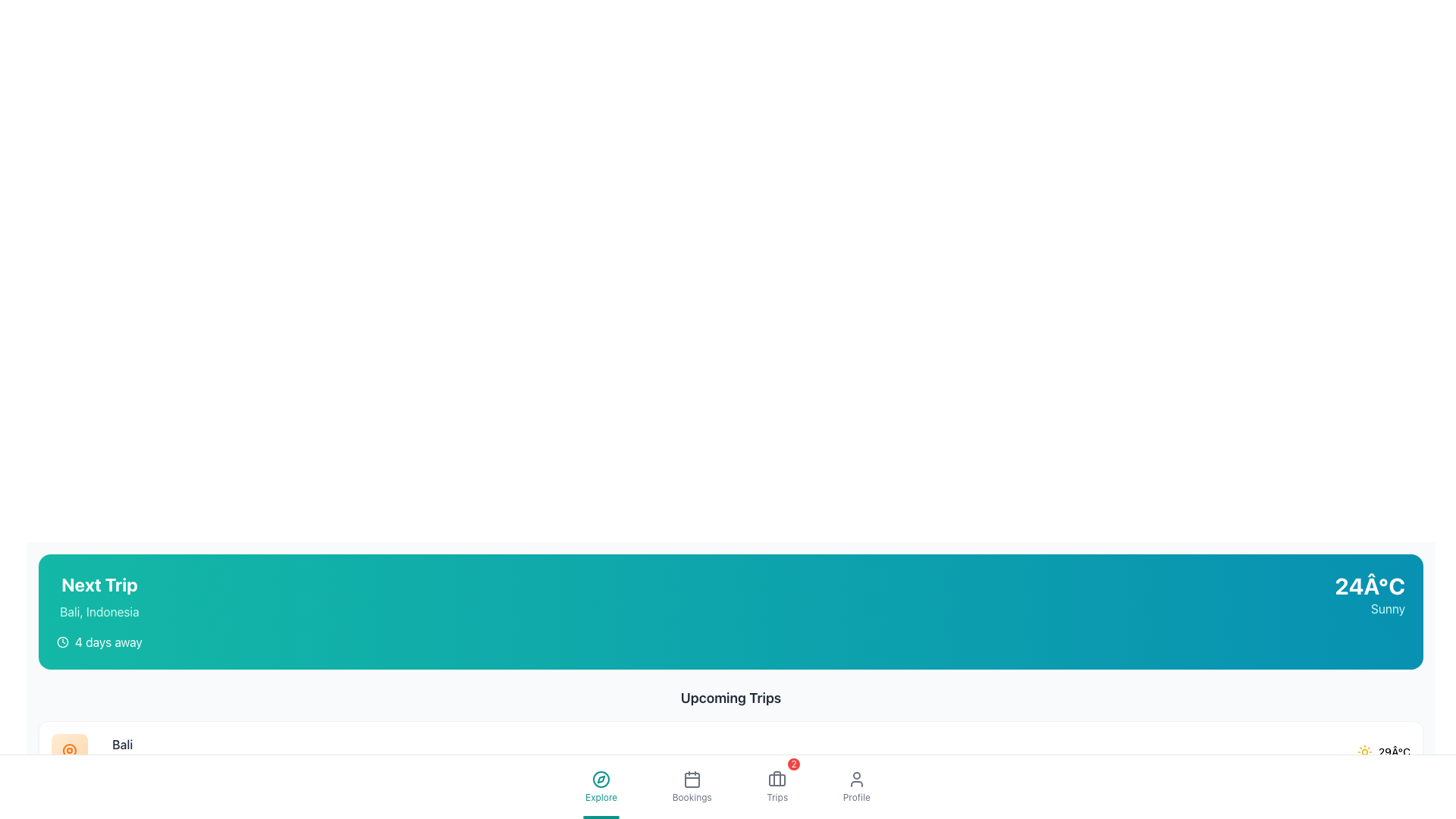 This screenshot has width=1456, height=819. What do you see at coordinates (601, 780) in the screenshot?
I see `the compass-shaped icon in the 'Explore' section of the navigation bar` at bounding box center [601, 780].